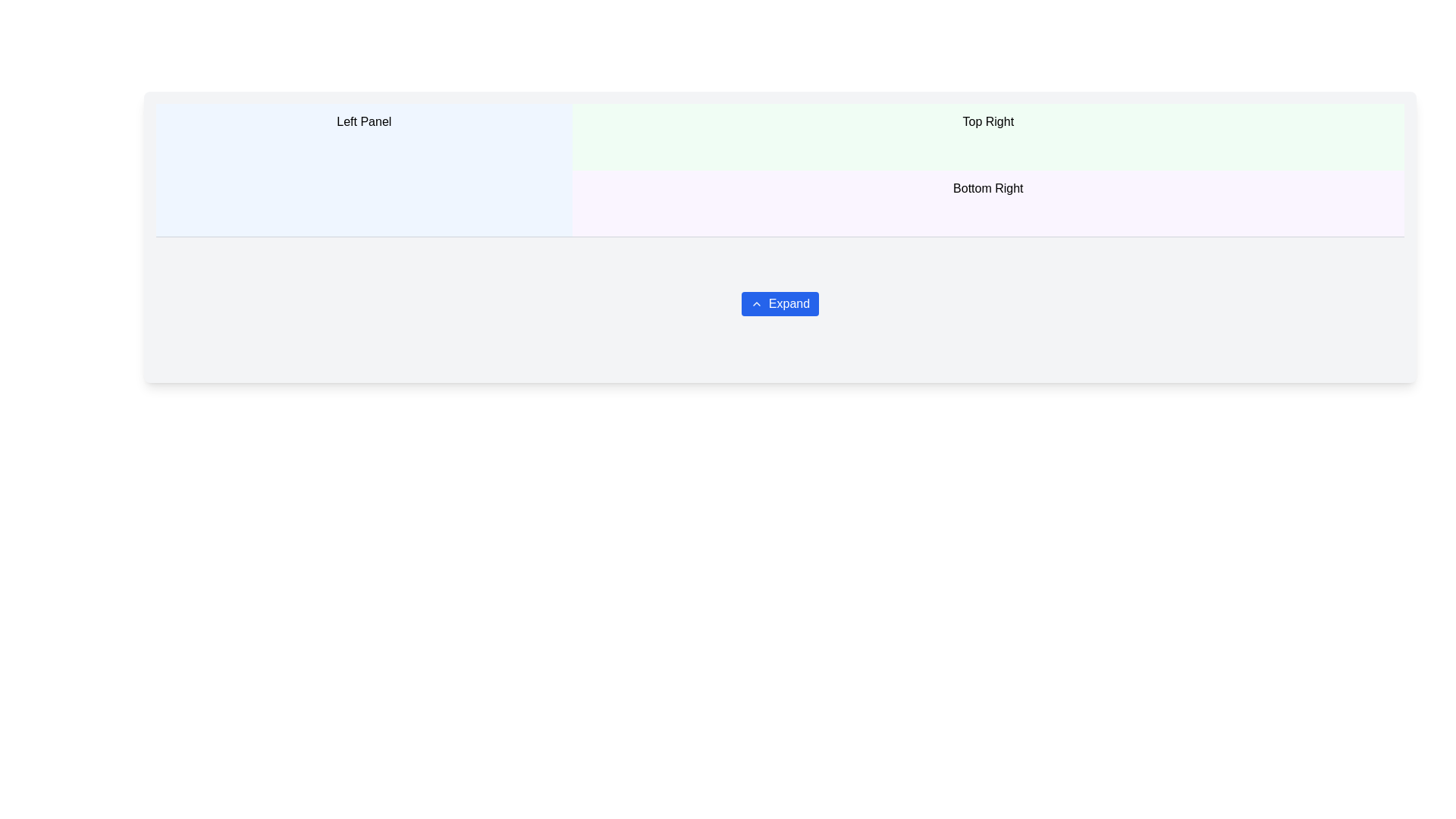 The image size is (1456, 819). I want to click on the expansion icon located within the 'Expand' button, which is positioned to the left of the text 'Expand' in a blue rectangular button, so click(756, 304).